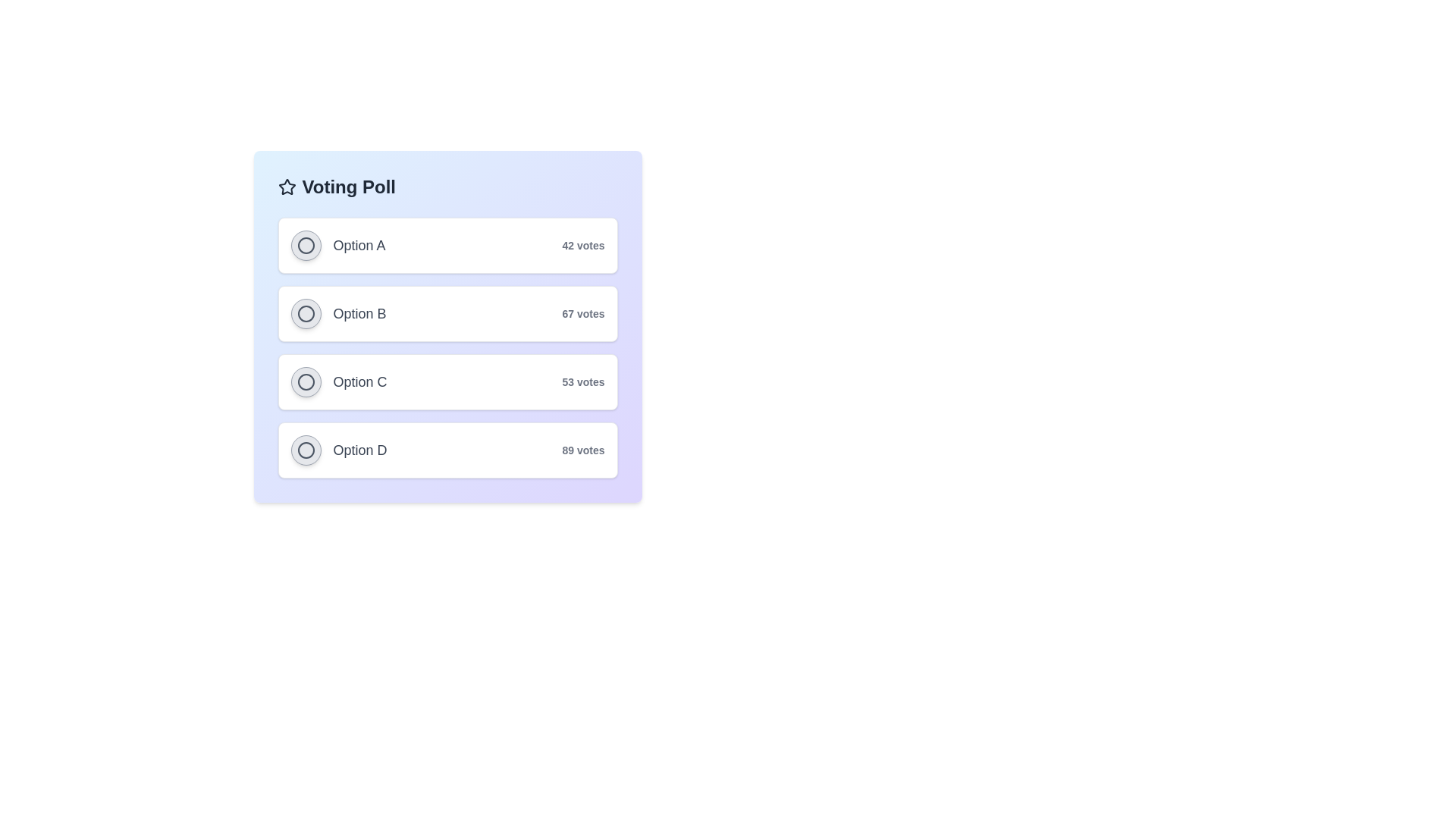 The width and height of the screenshot is (1456, 819). I want to click on the associated vote count displayed alongside the selectable voting option 'Option B' with '67 votes', so click(447, 326).